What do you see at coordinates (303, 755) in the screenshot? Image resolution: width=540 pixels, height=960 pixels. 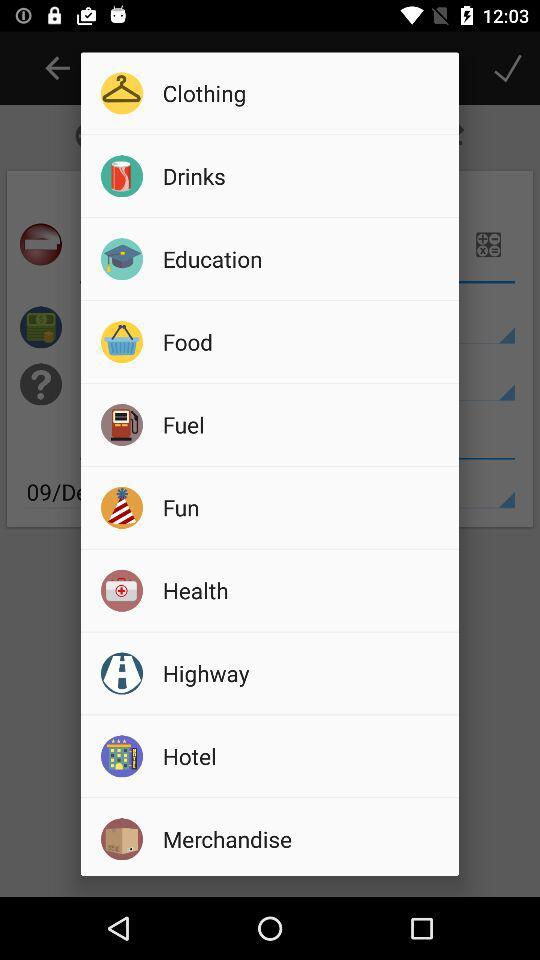 I see `hotel` at bounding box center [303, 755].